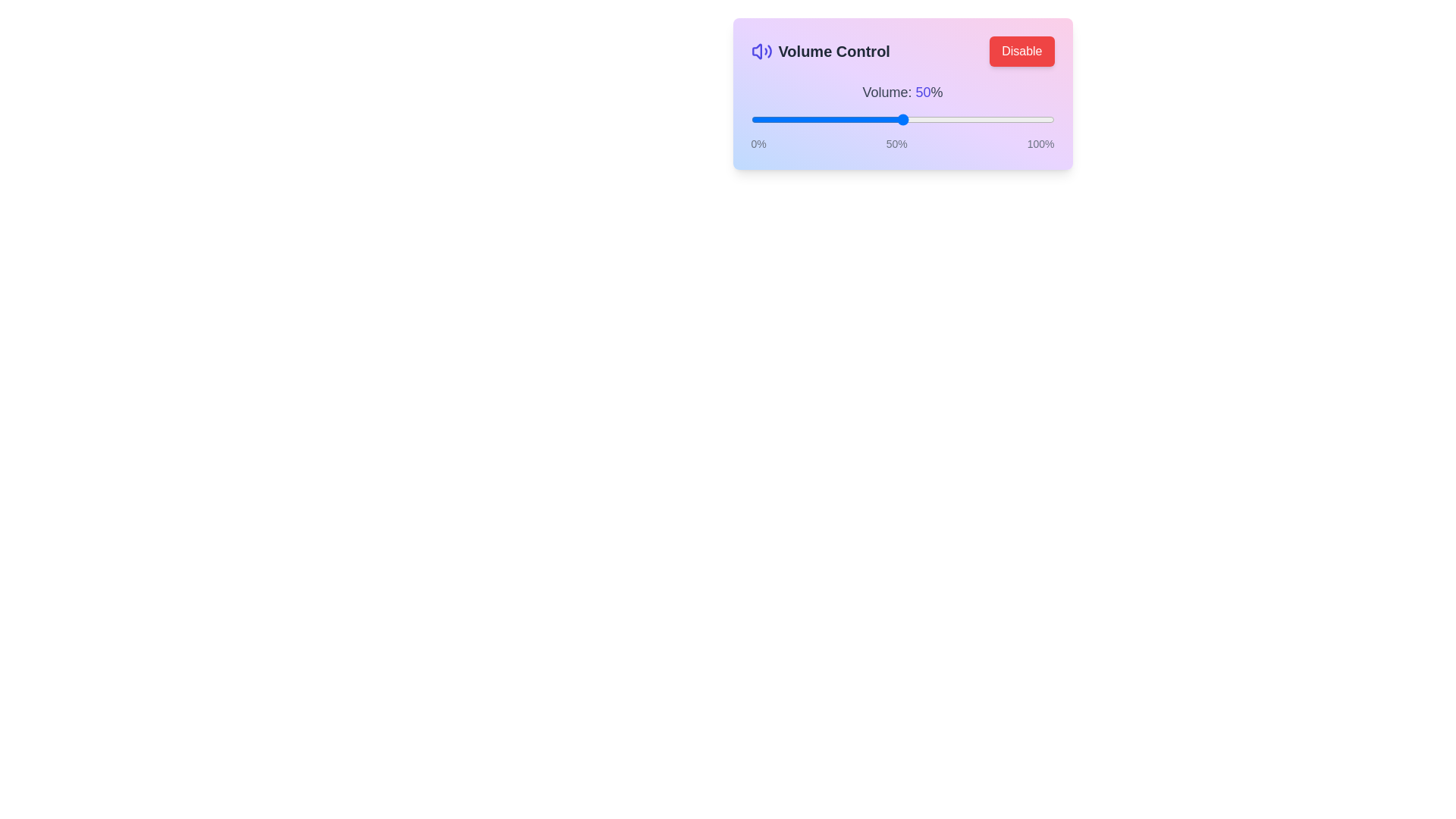 The image size is (1456, 819). What do you see at coordinates (820, 119) in the screenshot?
I see `the volume` at bounding box center [820, 119].